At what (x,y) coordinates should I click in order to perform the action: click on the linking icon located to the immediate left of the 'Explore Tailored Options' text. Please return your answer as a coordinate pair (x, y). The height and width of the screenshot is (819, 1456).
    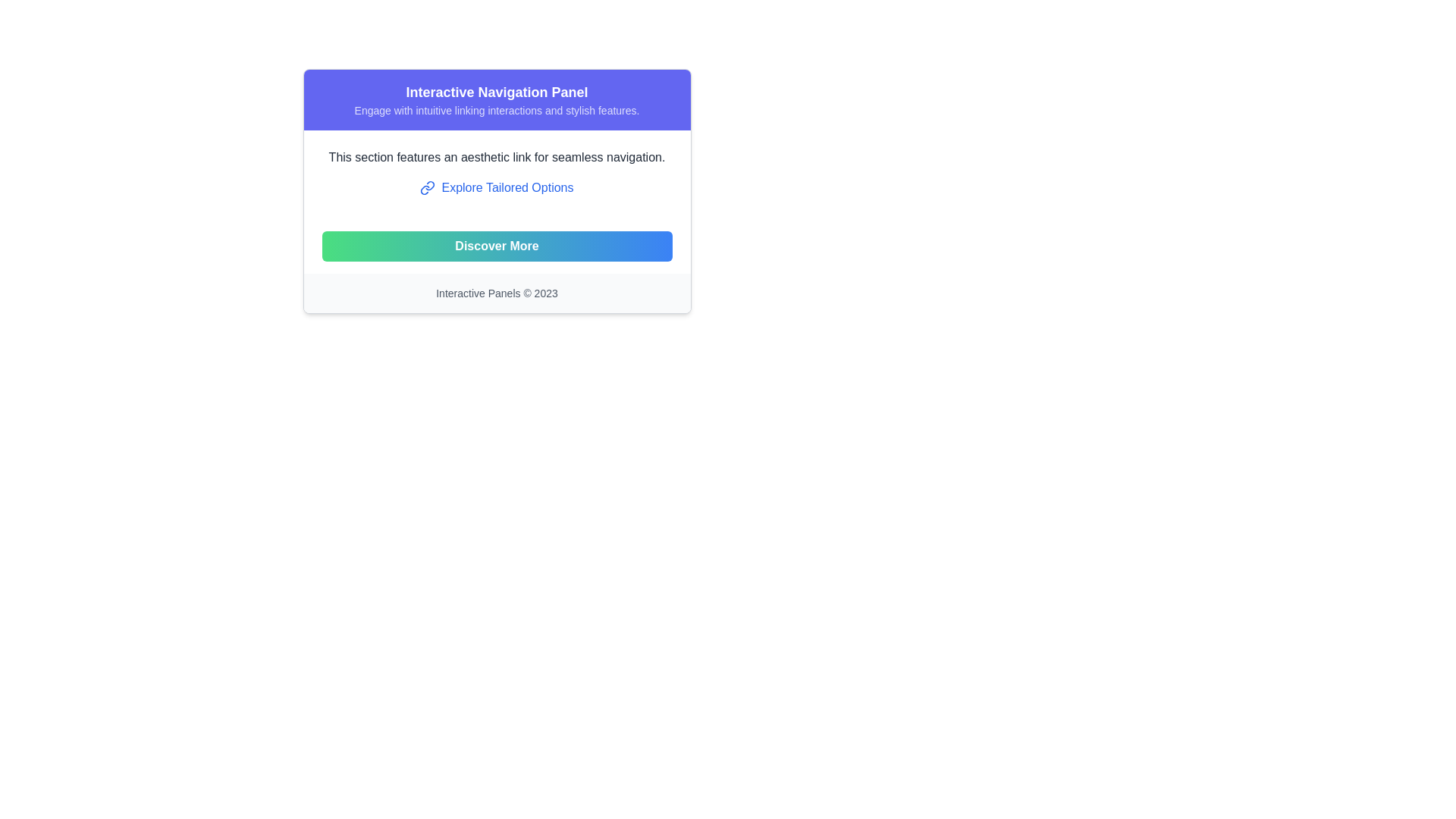
    Looking at the image, I should click on (427, 187).